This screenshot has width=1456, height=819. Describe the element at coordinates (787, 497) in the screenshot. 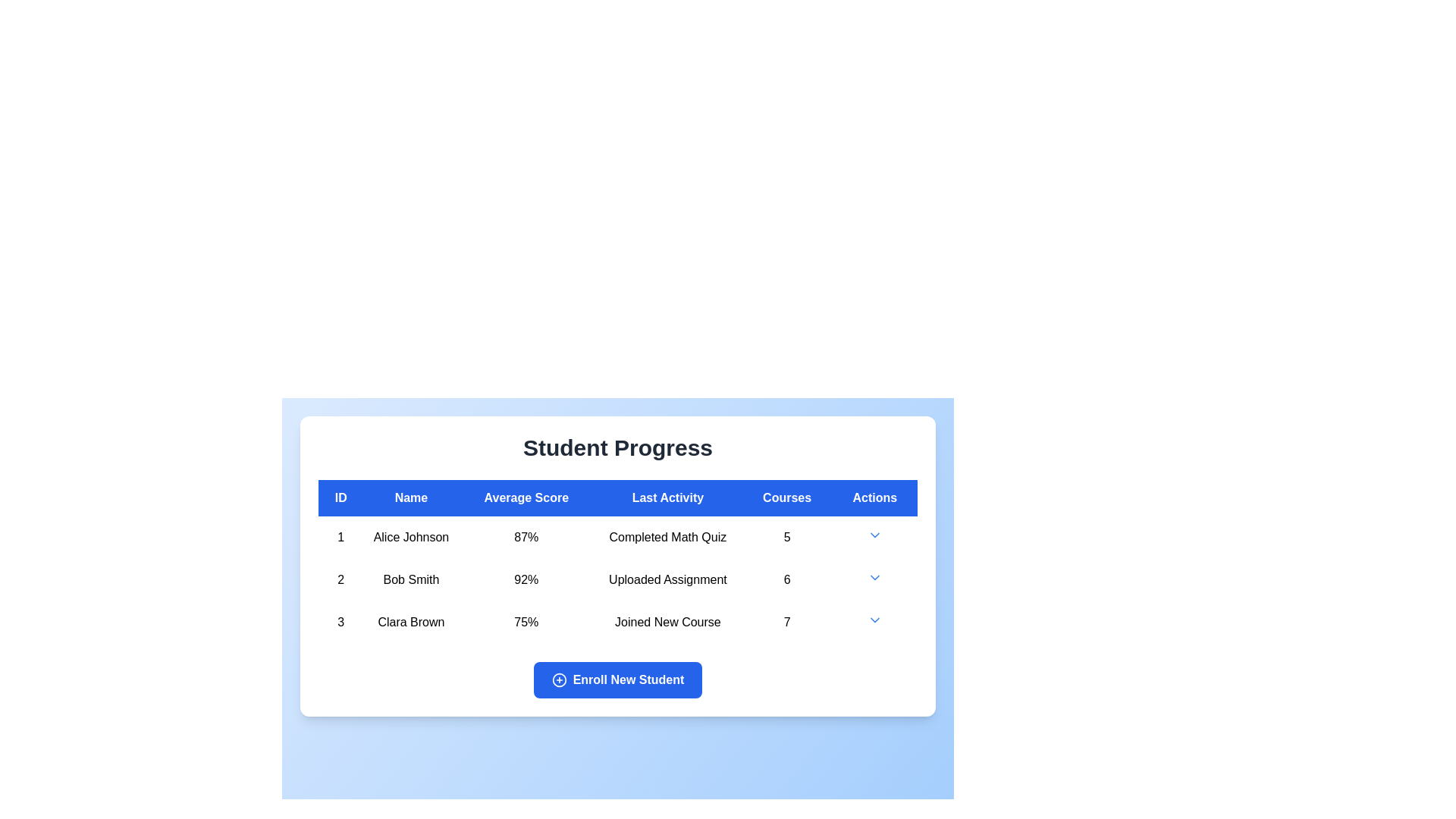

I see `the 'Courses' column header, which is the fifth header in a table row with a blue background and white bold text, positioned between 'Last Activity' and 'Actions' columns` at that location.